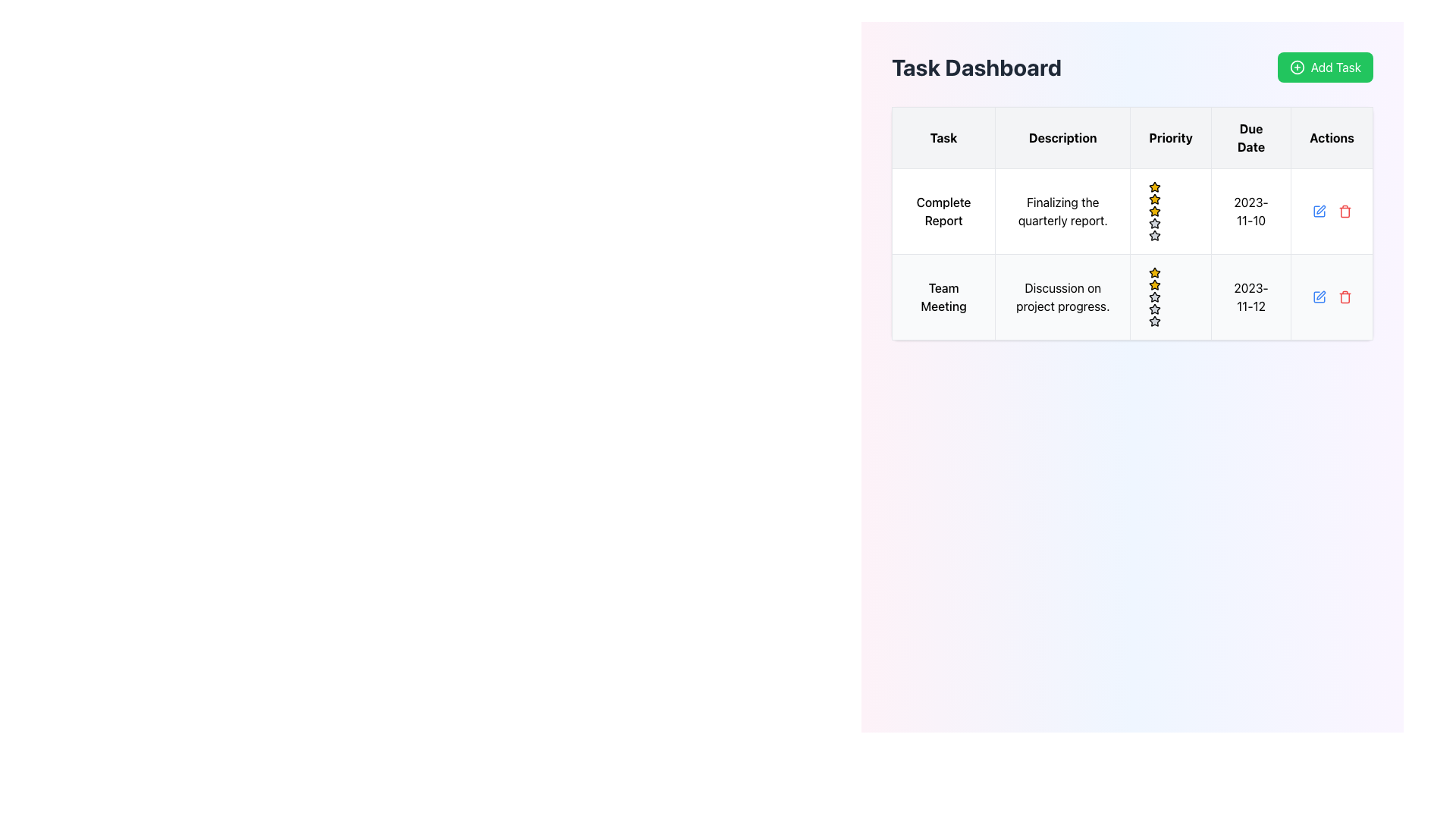 The image size is (1456, 819). Describe the element at coordinates (1331, 211) in the screenshot. I see `the action control group containing the blue pen icon and the red trash can icon for the 'Complete Report' task using keyboard navigation for accessibility` at that location.